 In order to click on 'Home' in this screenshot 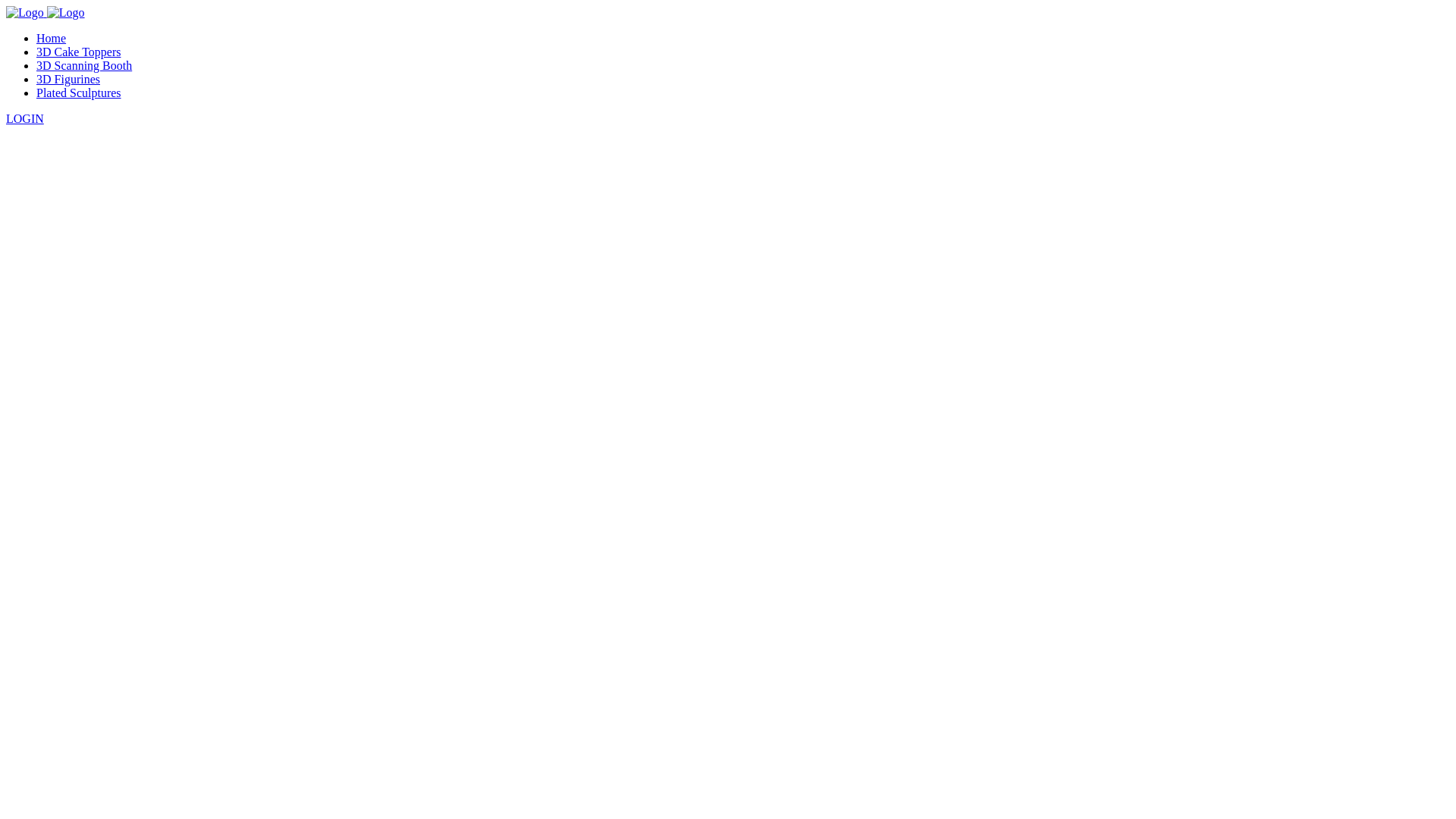, I will do `click(51, 37)`.